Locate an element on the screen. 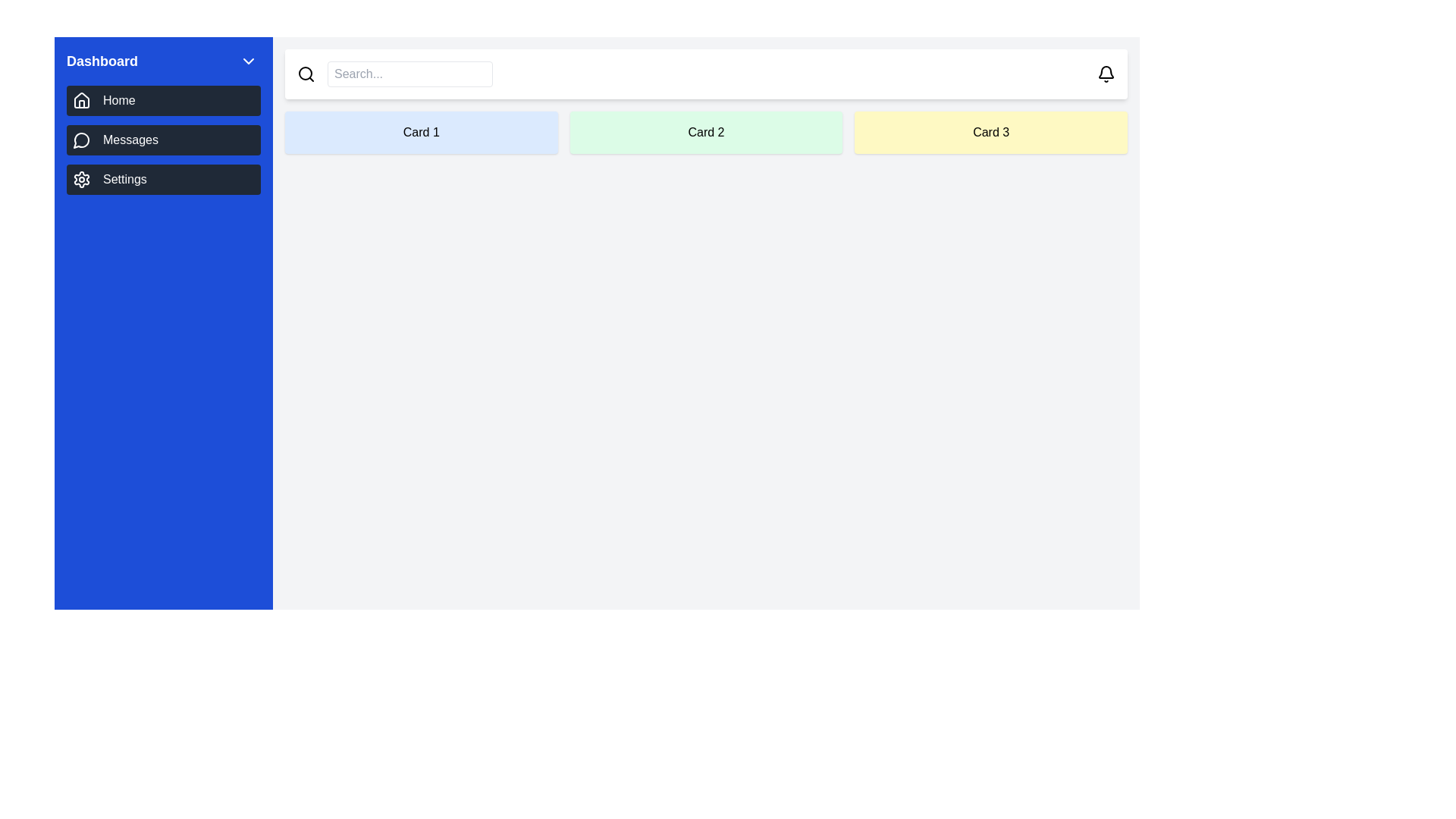  the text label that indicates the functionality related to messages, which is the second navigation button in the vertical list beneath the 'Dashboard' header is located at coordinates (130, 140).